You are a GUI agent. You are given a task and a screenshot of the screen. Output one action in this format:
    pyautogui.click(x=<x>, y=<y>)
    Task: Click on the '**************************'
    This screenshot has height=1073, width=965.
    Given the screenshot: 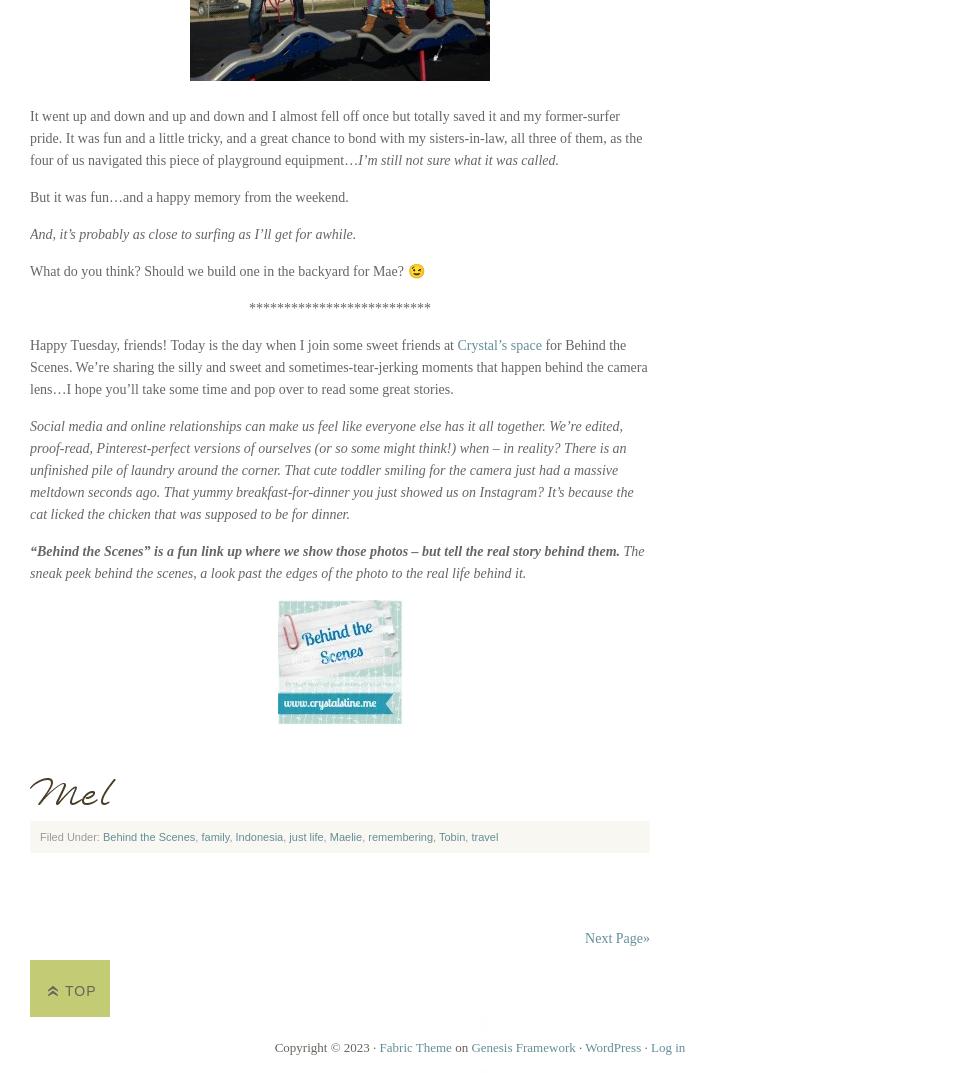 What is the action you would take?
    pyautogui.click(x=339, y=308)
    